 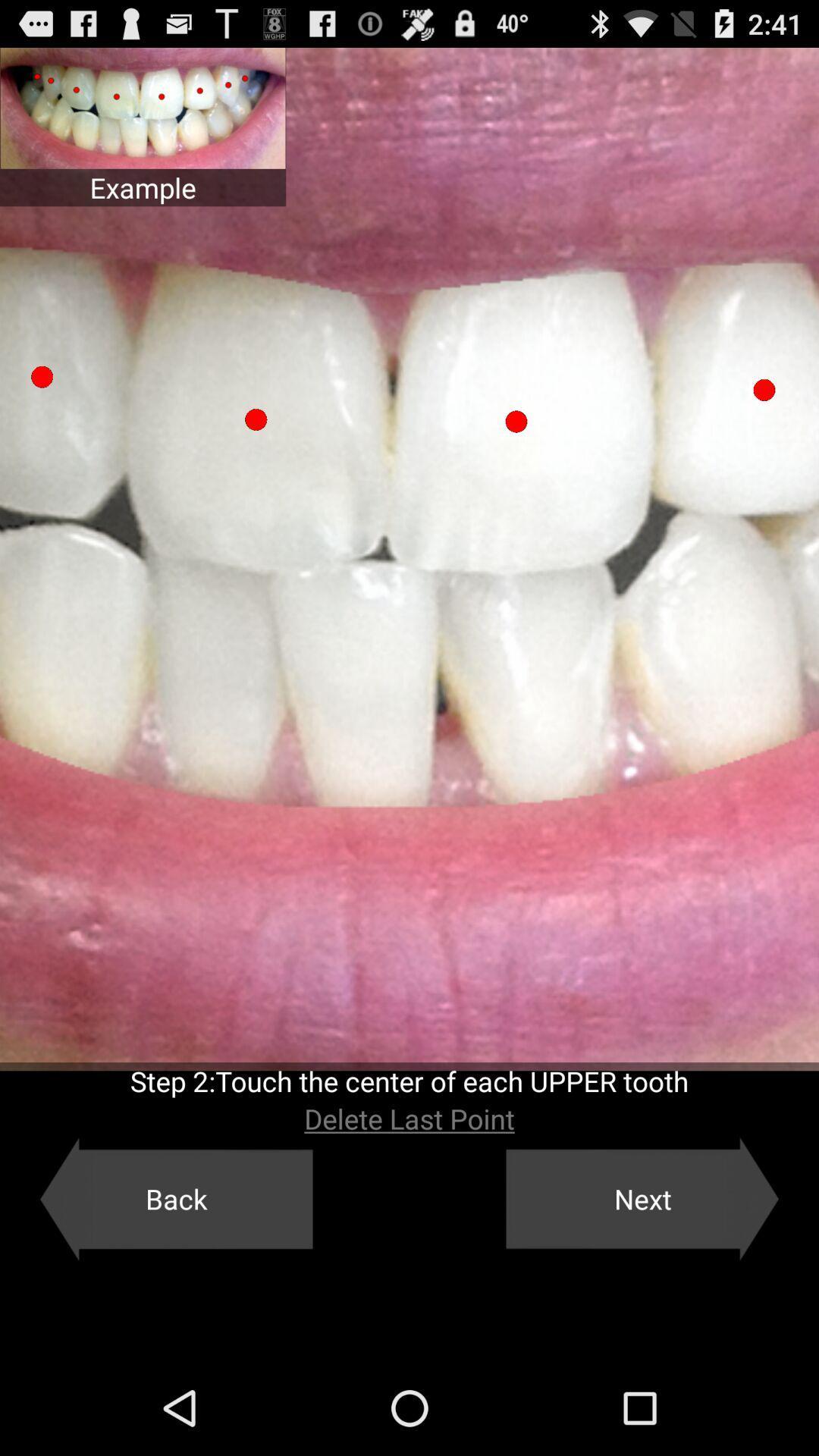 What do you see at coordinates (642, 1198) in the screenshot?
I see `the item next to the back` at bounding box center [642, 1198].